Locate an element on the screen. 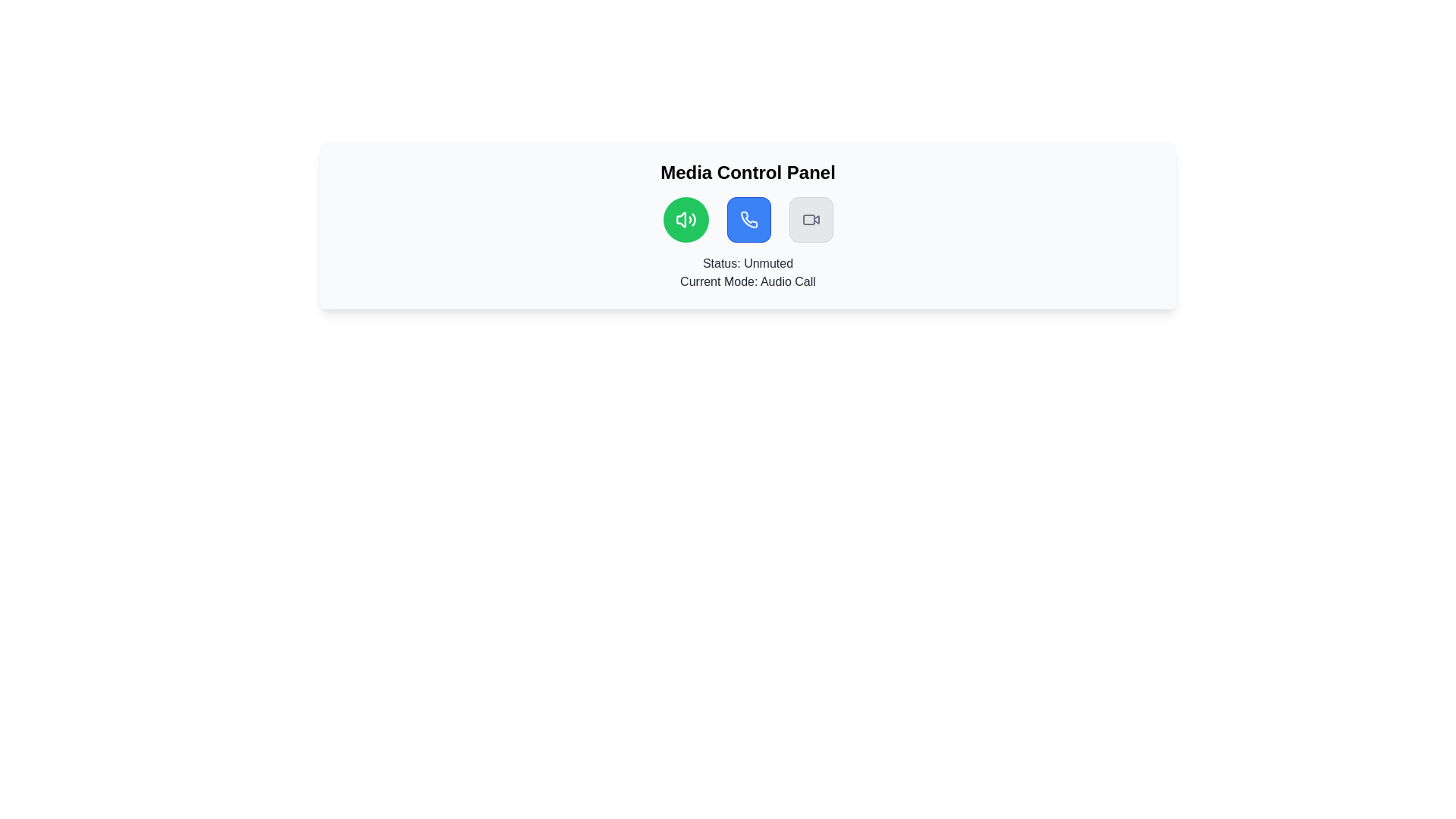 The image size is (1456, 819). the informational text label displaying 'Current Mode: Audio Call', which is styled in gray on a white background, located below 'Status: Unmuted' is located at coordinates (748, 281).